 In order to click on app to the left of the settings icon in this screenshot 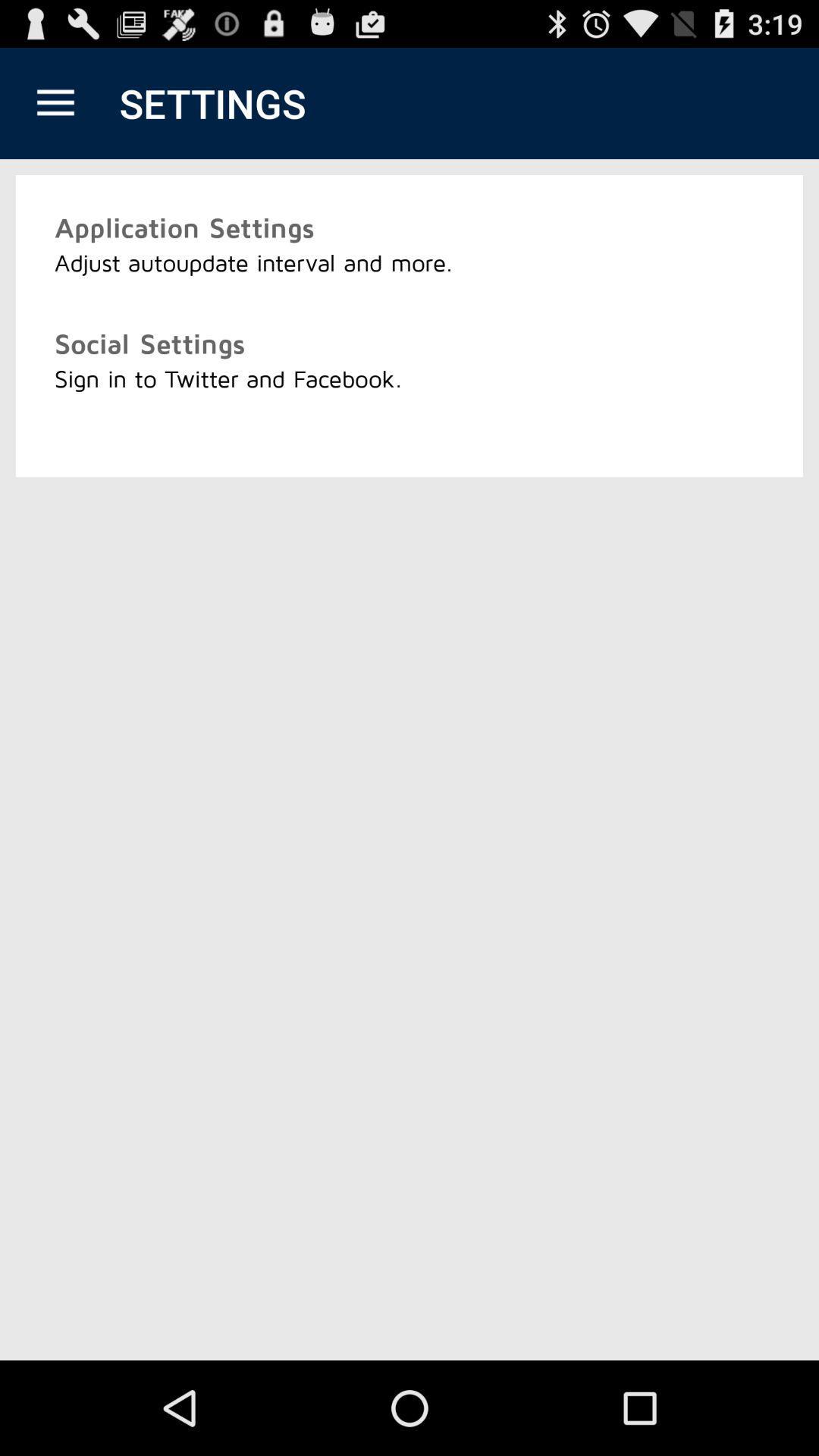, I will do `click(55, 102)`.